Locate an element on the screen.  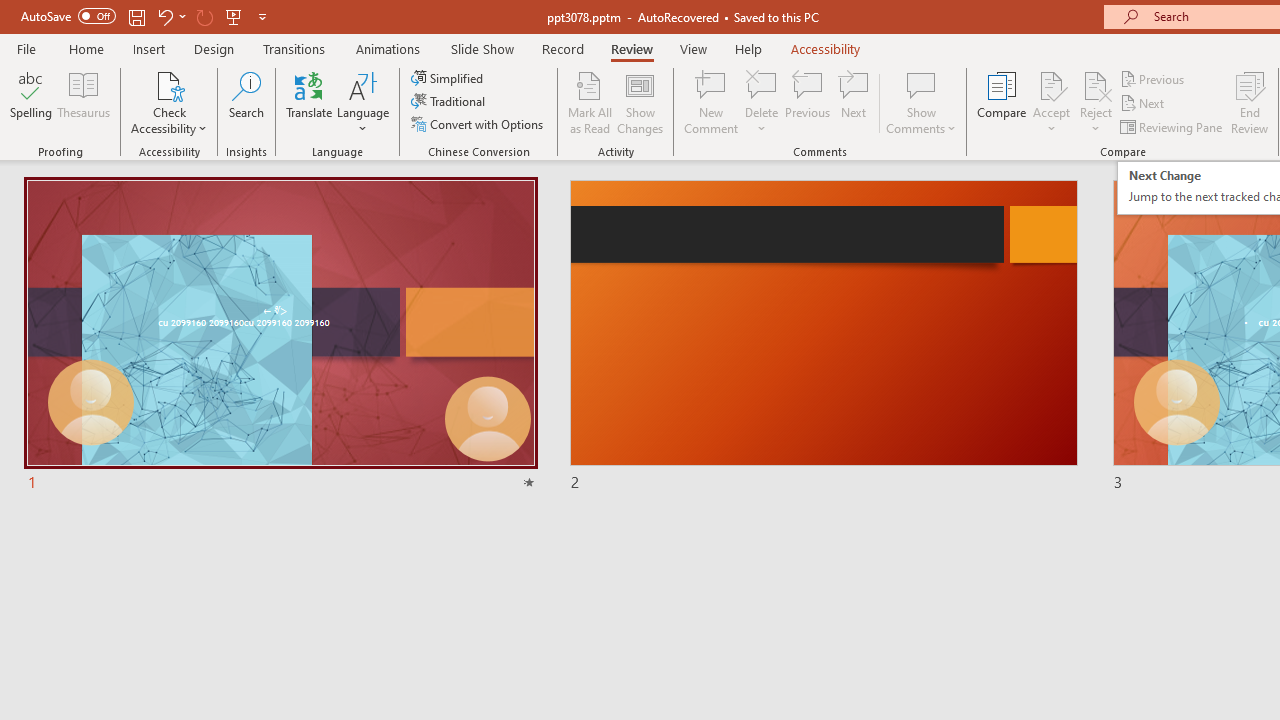
'Next' is located at coordinates (1144, 103).